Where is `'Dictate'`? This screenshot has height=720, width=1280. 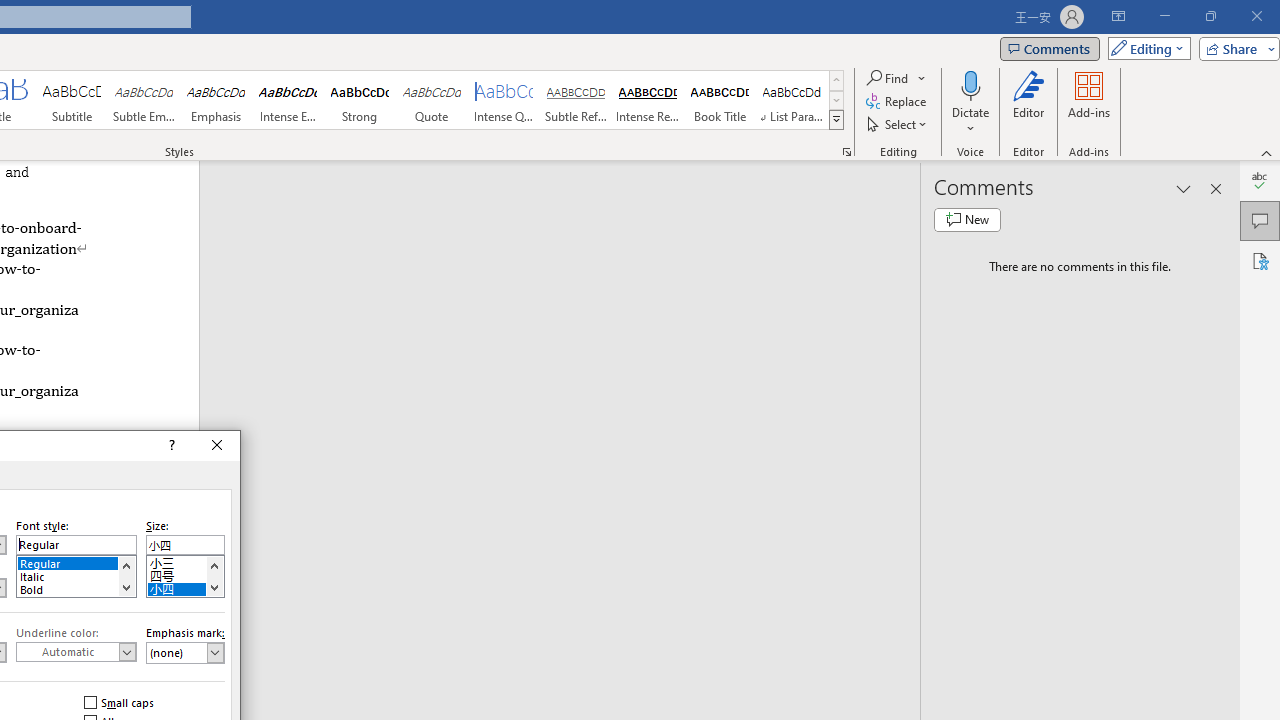
'Dictate' is located at coordinates (970, 103).